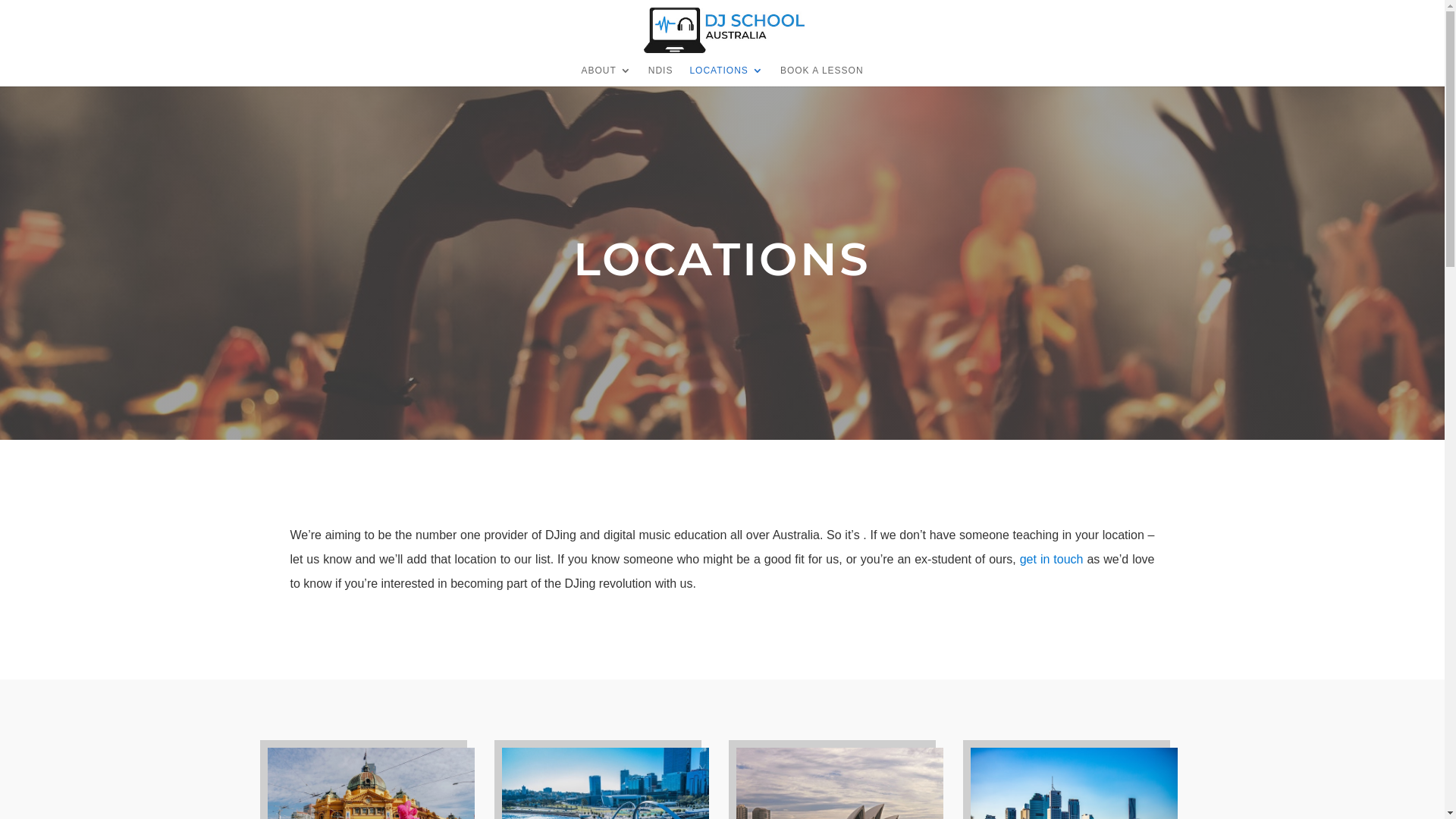  I want to click on 'LOCATIONS', so click(725, 76).